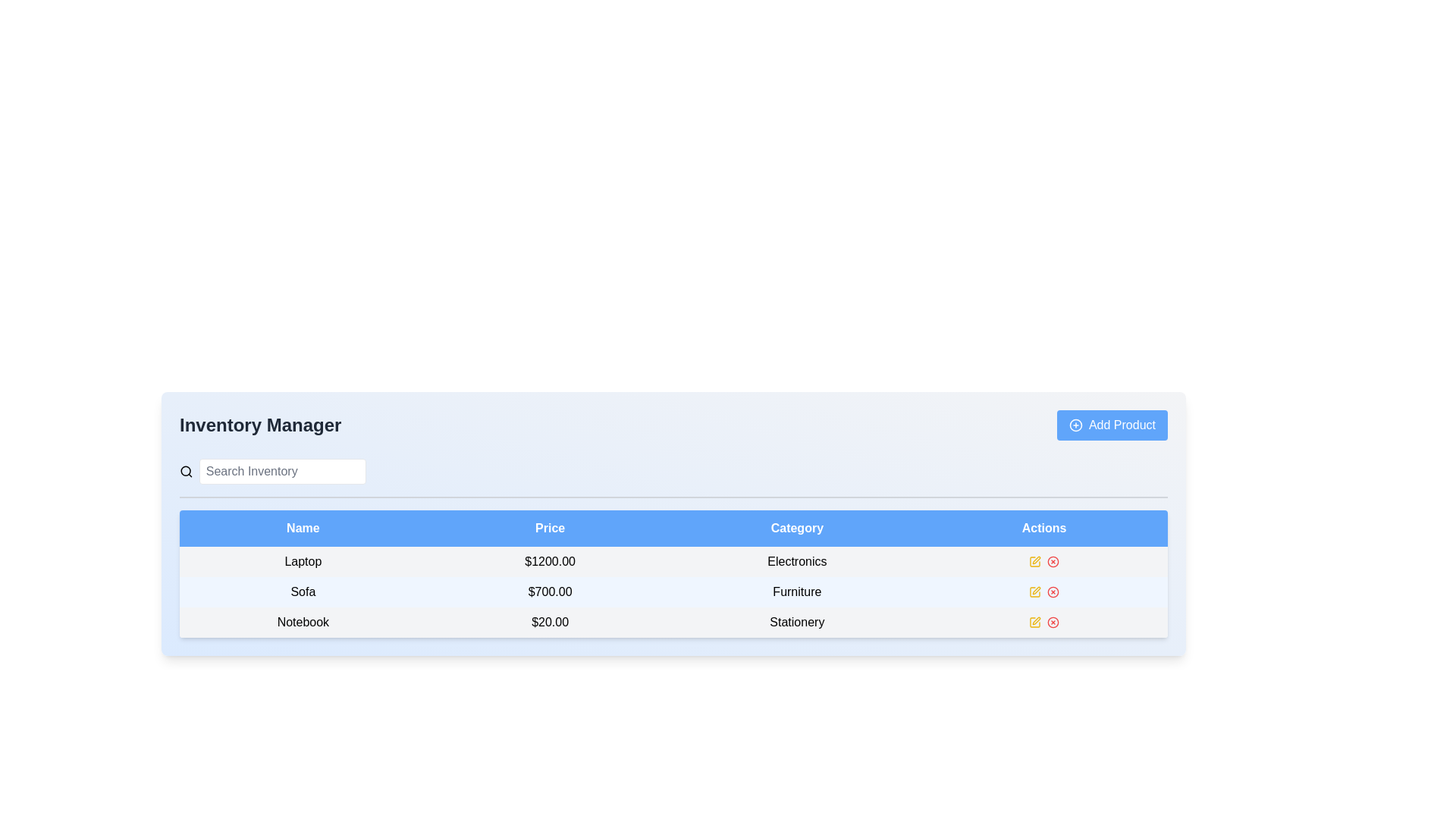  What do you see at coordinates (796, 623) in the screenshot?
I see `the 'Stationery' text label in the third row of the 'Category' column, which is associated with the product 'Notebook'` at bounding box center [796, 623].